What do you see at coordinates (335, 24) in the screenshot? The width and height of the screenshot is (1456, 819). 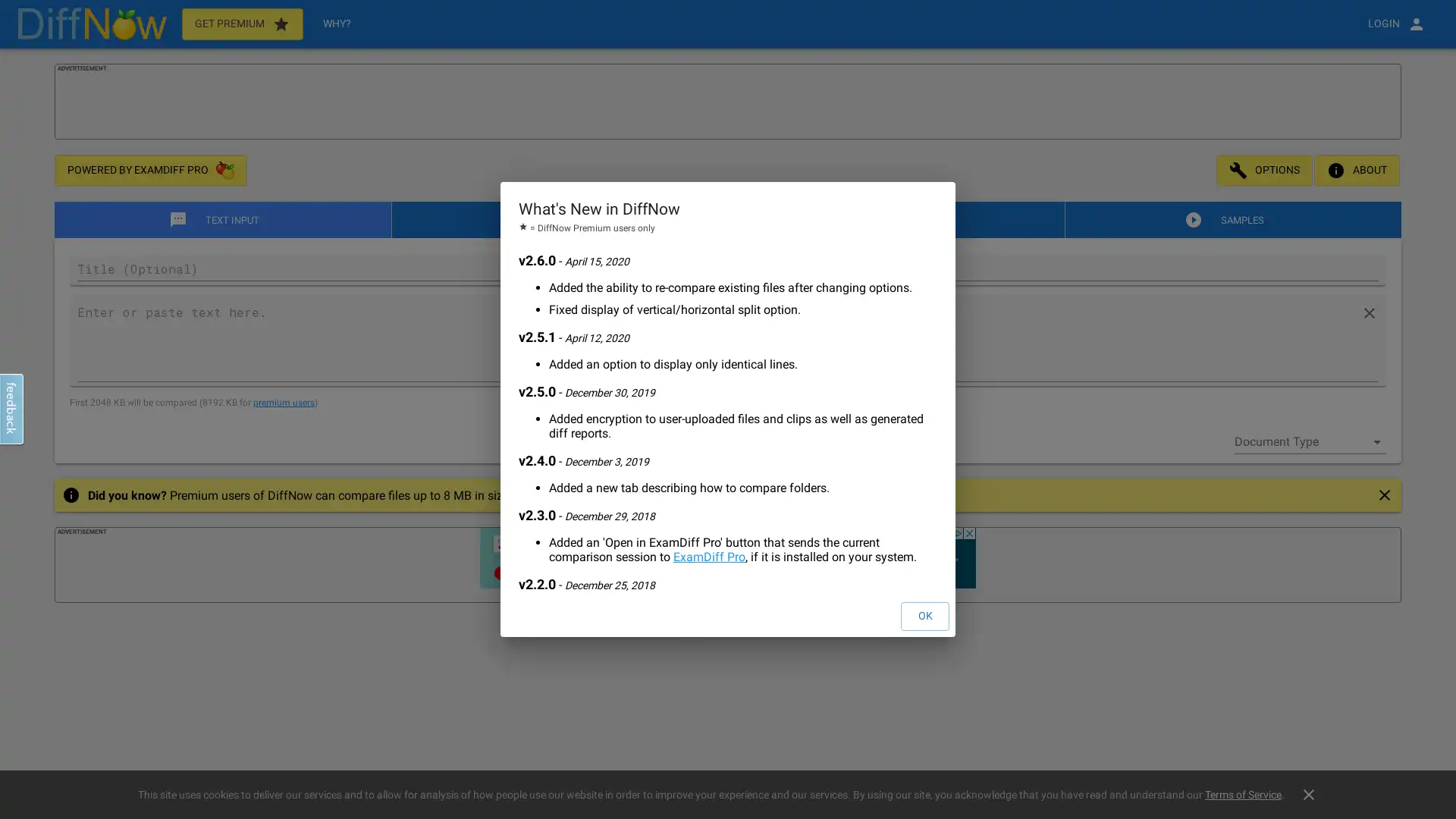 I see `WHY?` at bounding box center [335, 24].